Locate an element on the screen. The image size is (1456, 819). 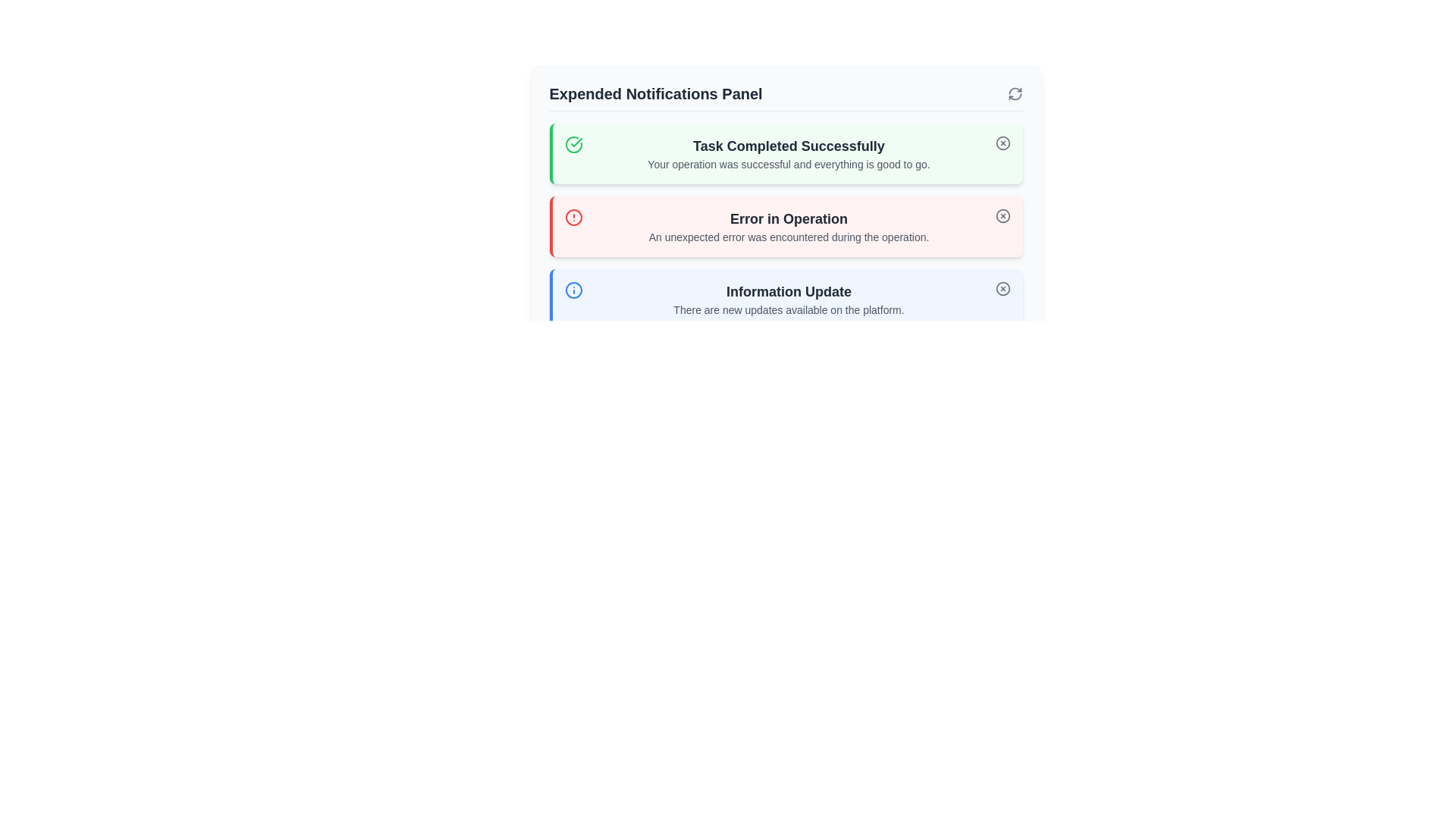
the circular icon next to the 'Information Update' label in the notification panel is located at coordinates (1003, 289).